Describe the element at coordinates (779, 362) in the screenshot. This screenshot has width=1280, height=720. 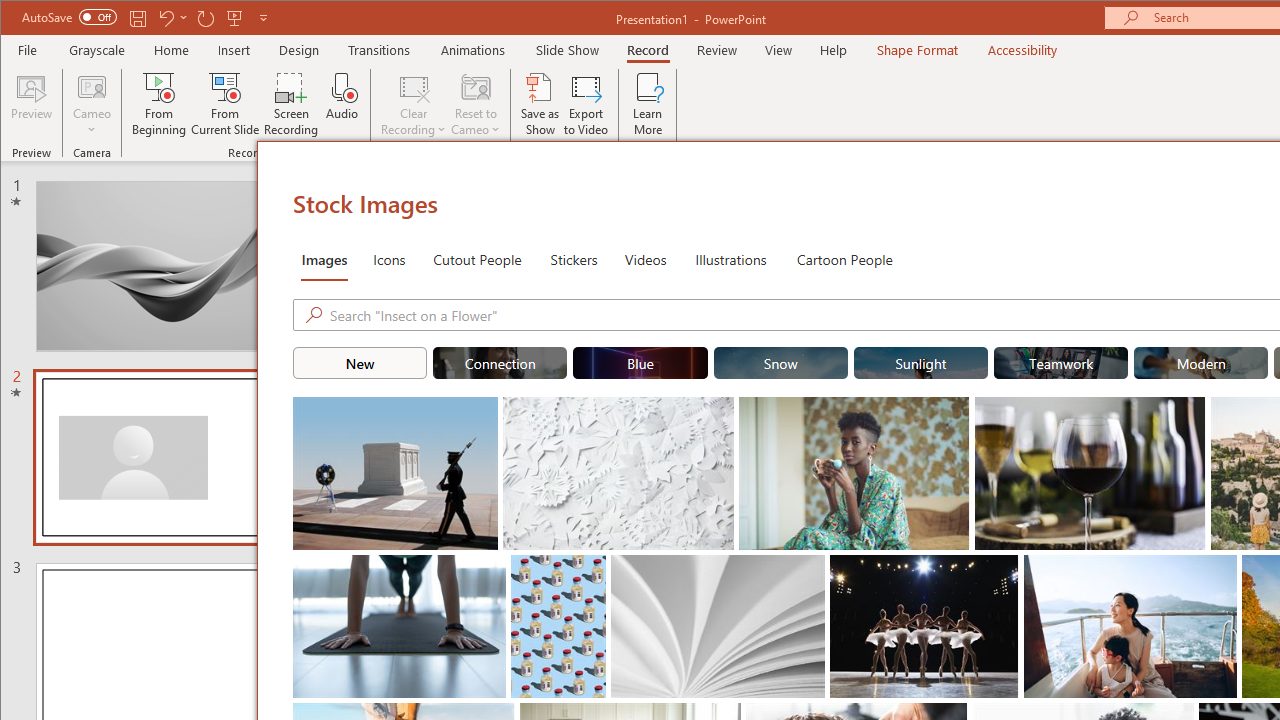
I see `'"Snow" Stock Images.'` at that location.